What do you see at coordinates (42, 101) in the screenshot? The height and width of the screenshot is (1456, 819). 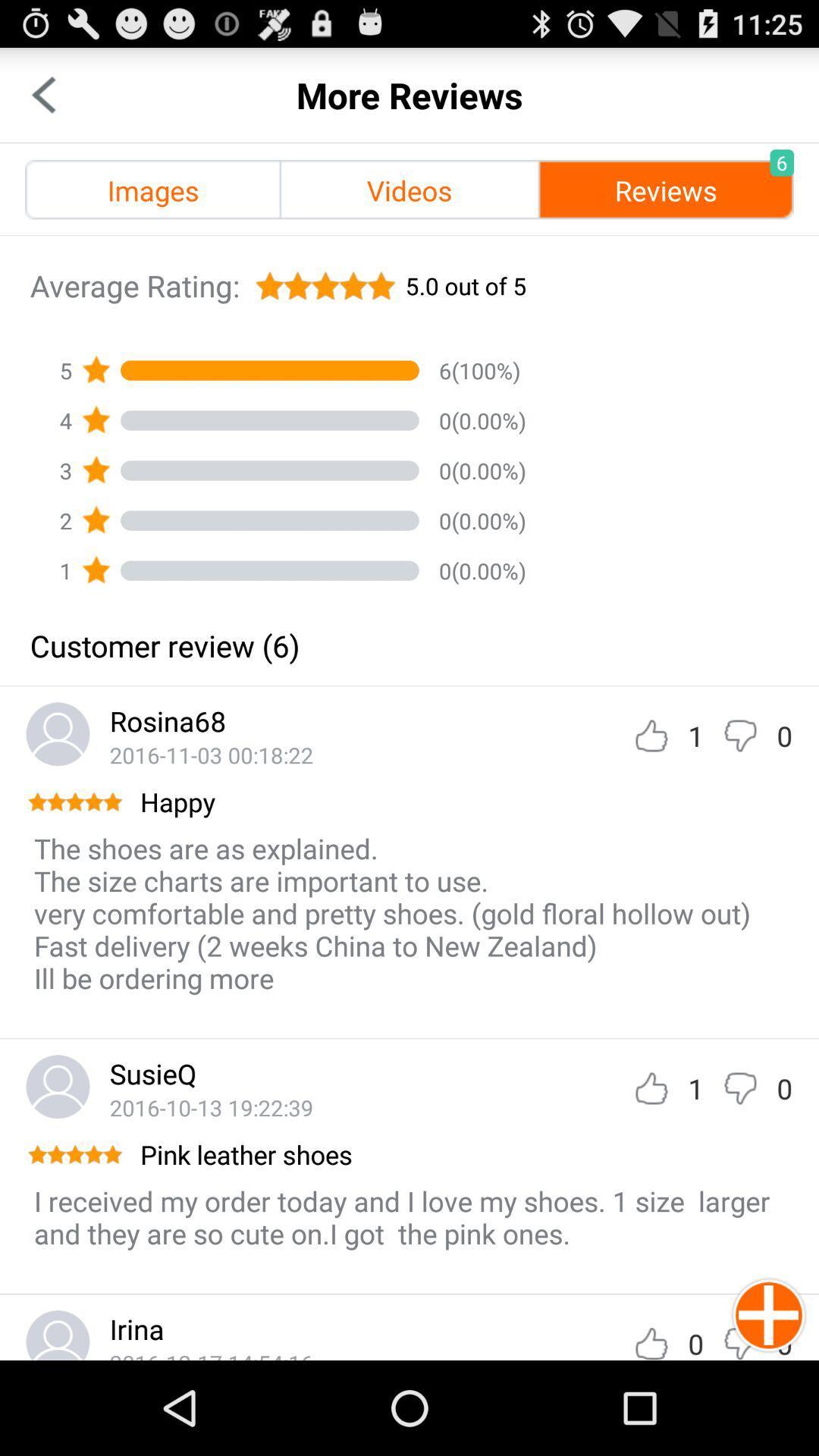 I see `the arrow_backward icon` at bounding box center [42, 101].